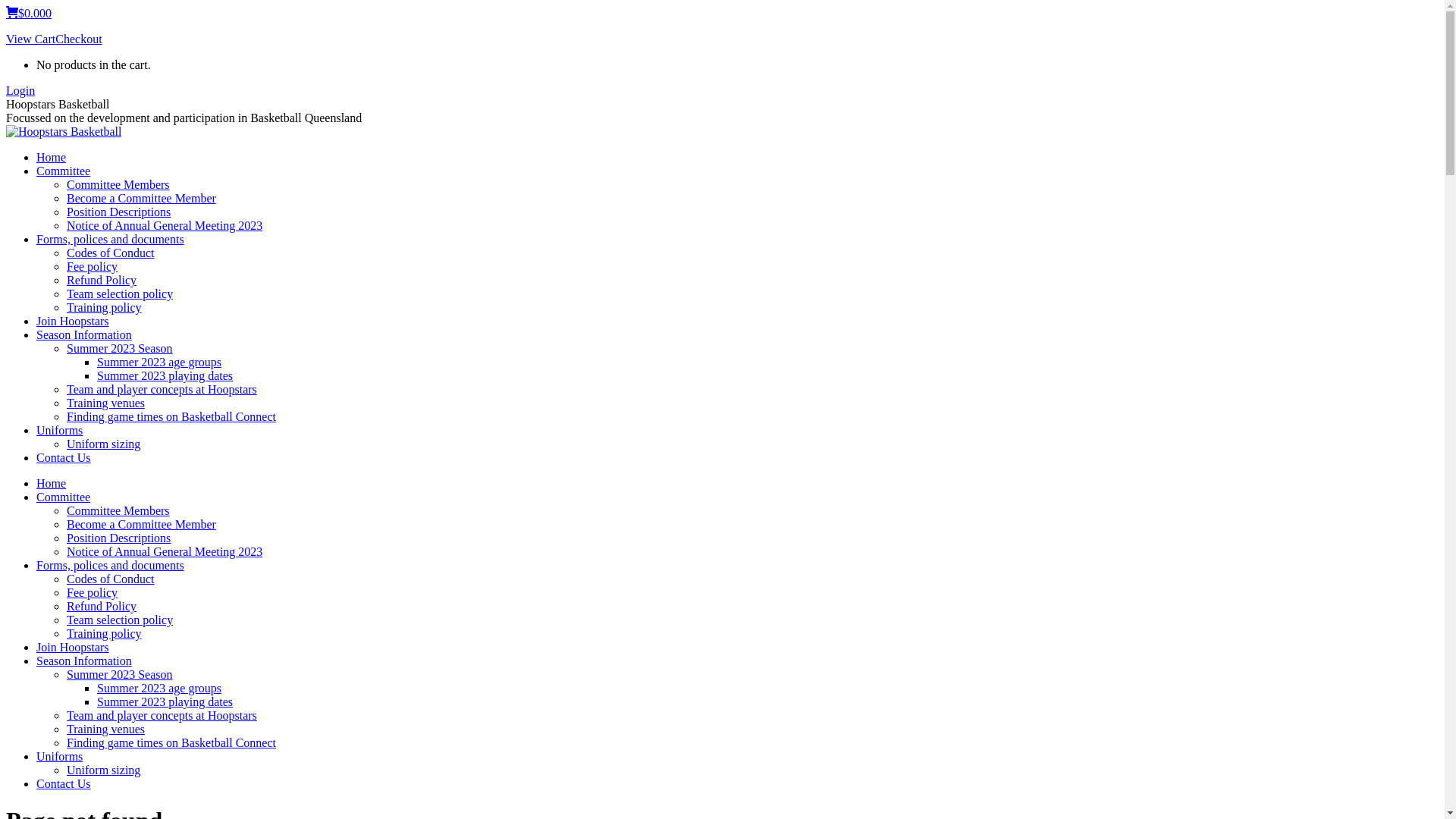 This screenshot has height=819, width=1456. What do you see at coordinates (141, 523) in the screenshot?
I see `'Become a Committee Member'` at bounding box center [141, 523].